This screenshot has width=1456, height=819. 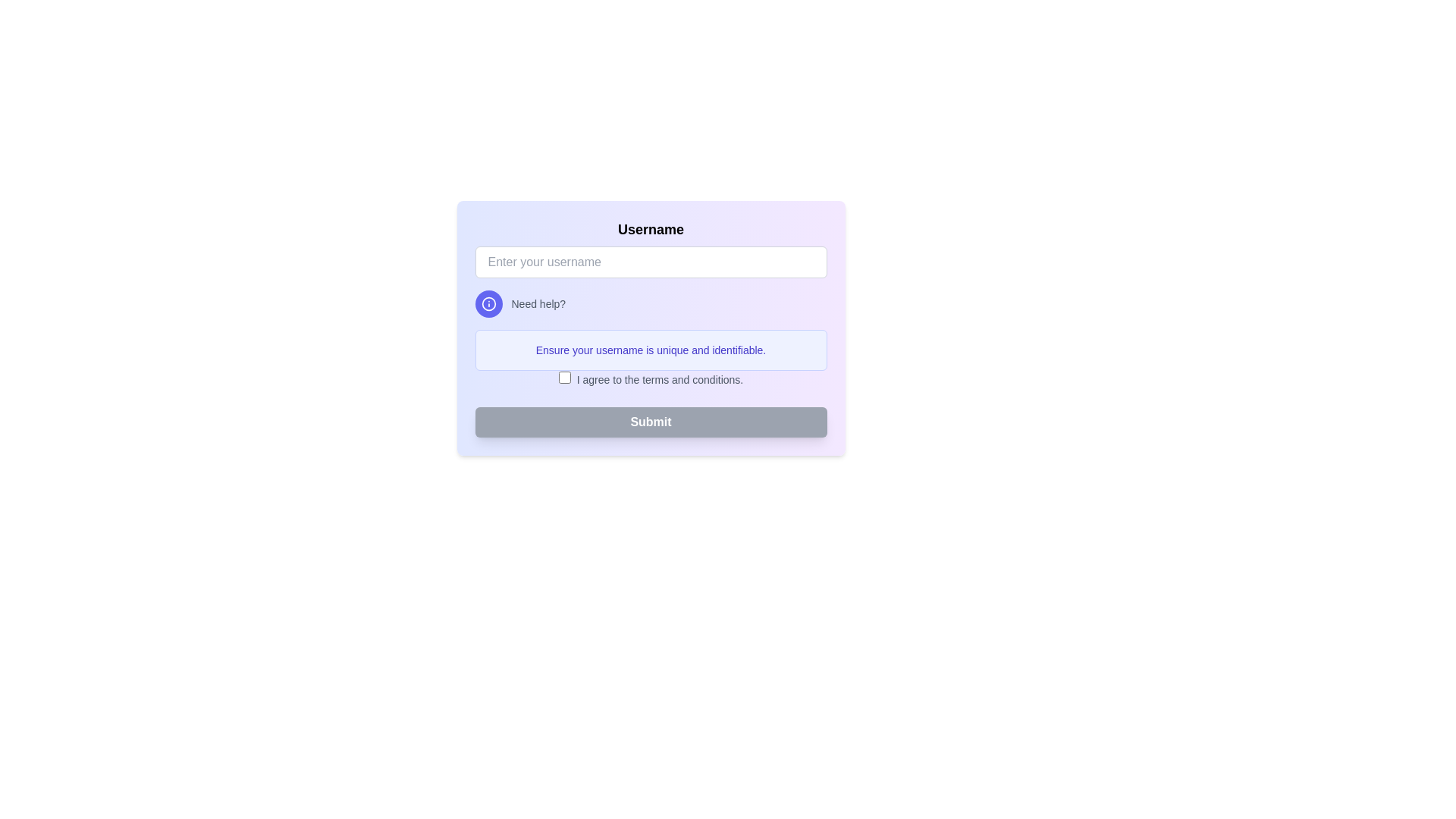 What do you see at coordinates (651, 230) in the screenshot?
I see `the label indicating the purpose of the adjacent username input field, which is located at the top of the form section` at bounding box center [651, 230].